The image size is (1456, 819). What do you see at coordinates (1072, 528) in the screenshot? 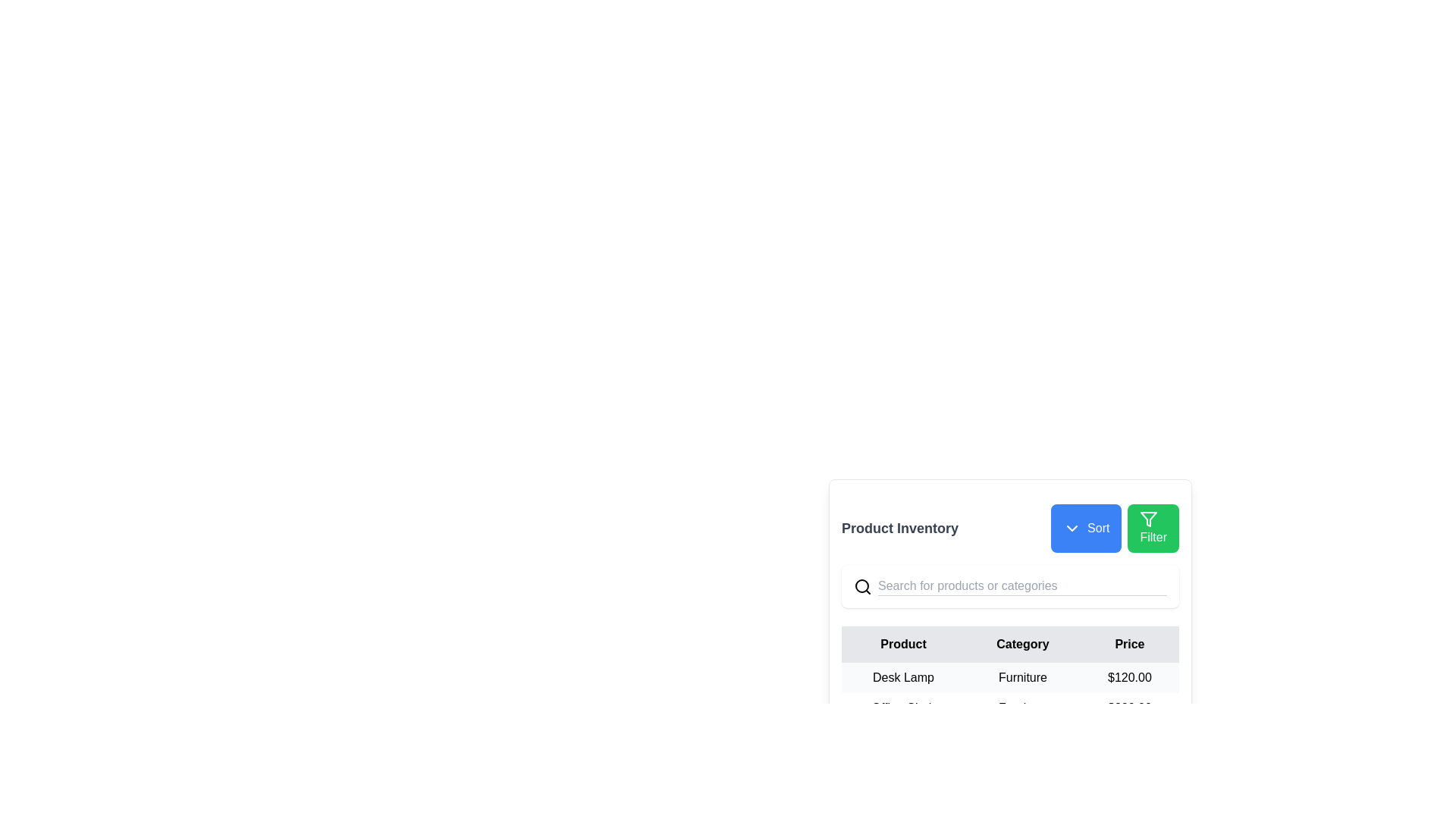
I see `the downward chevron icon within the blue 'Sort' button to interact with the dropdown menu` at bounding box center [1072, 528].